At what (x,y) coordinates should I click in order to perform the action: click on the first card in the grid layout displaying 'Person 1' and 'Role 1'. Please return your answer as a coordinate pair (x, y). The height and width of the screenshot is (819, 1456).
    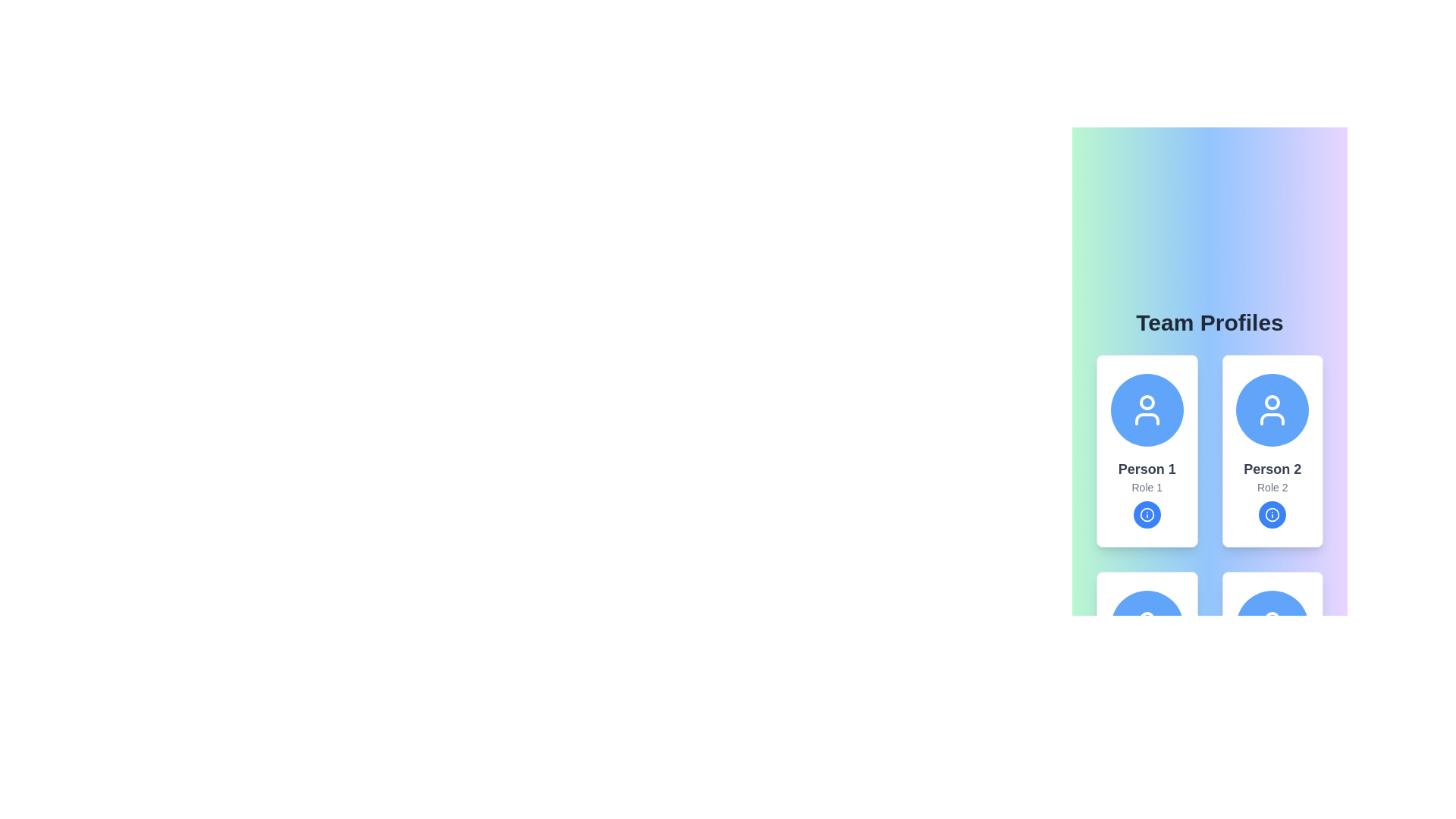
    Looking at the image, I should click on (1147, 450).